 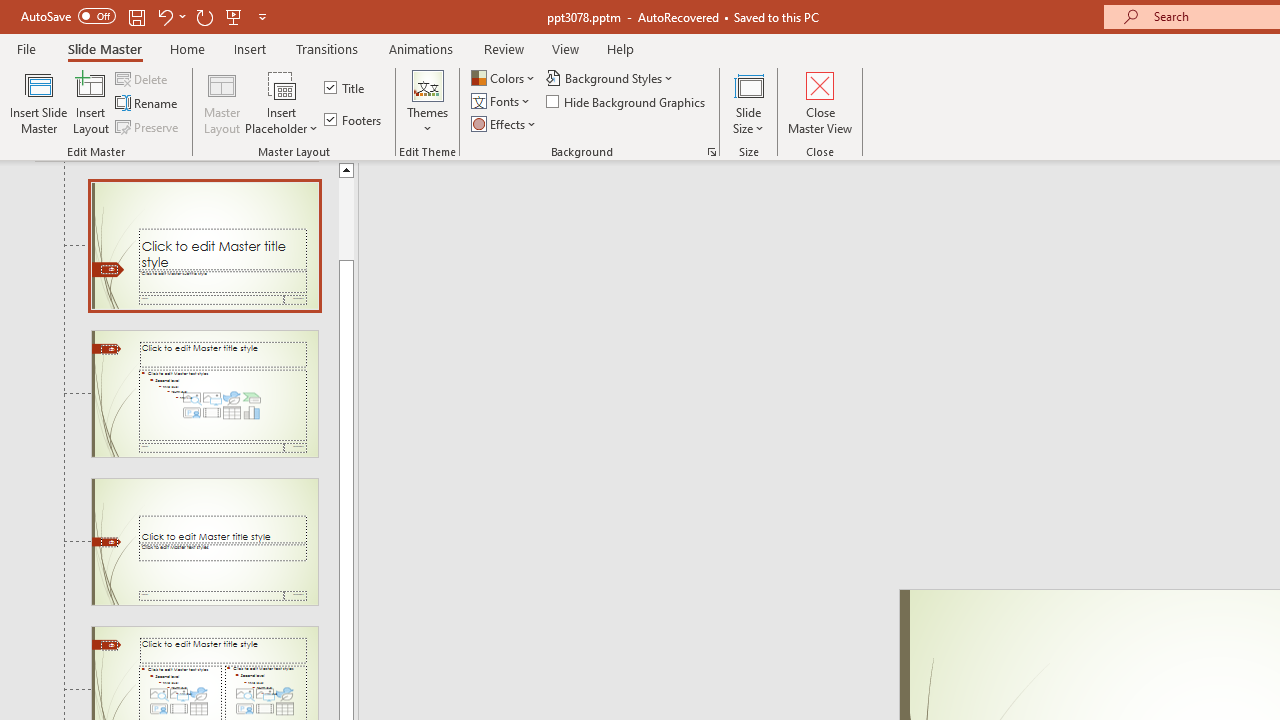 I want to click on 'Insert Layout', so click(x=90, y=103).